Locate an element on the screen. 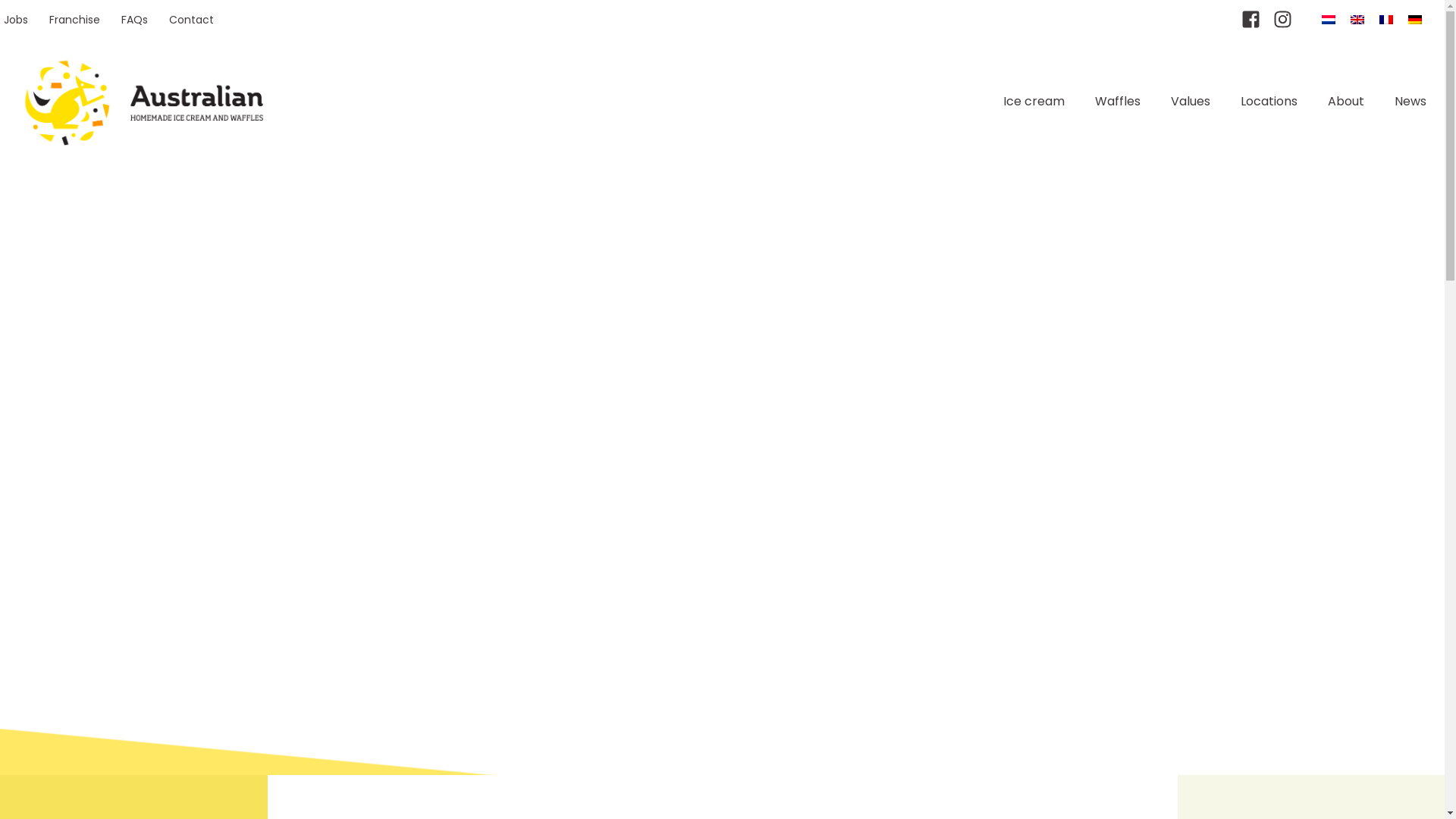  'Franchise' is located at coordinates (74, 20).